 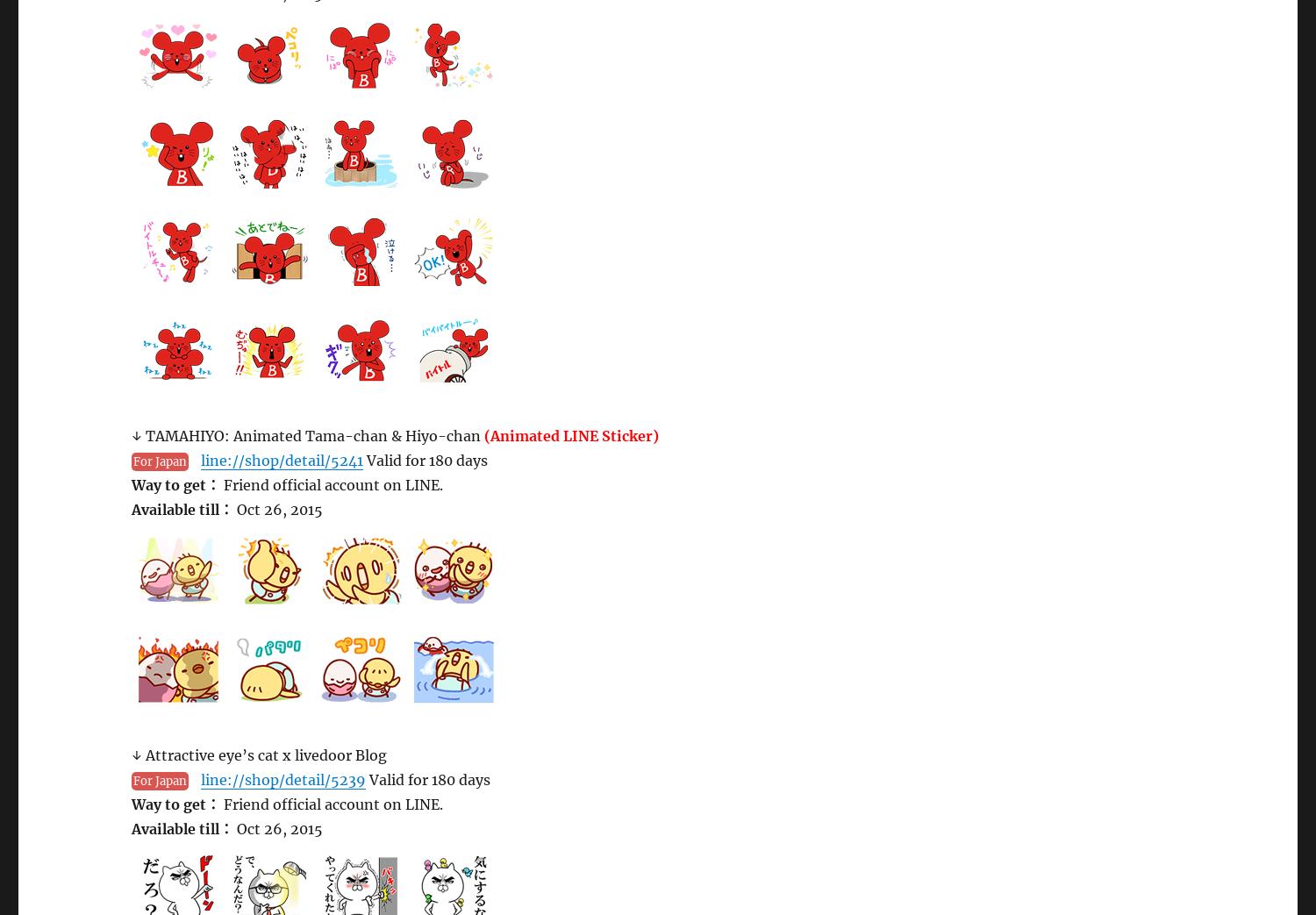 What do you see at coordinates (282, 779) in the screenshot?
I see `'line://shop/detail/5239'` at bounding box center [282, 779].